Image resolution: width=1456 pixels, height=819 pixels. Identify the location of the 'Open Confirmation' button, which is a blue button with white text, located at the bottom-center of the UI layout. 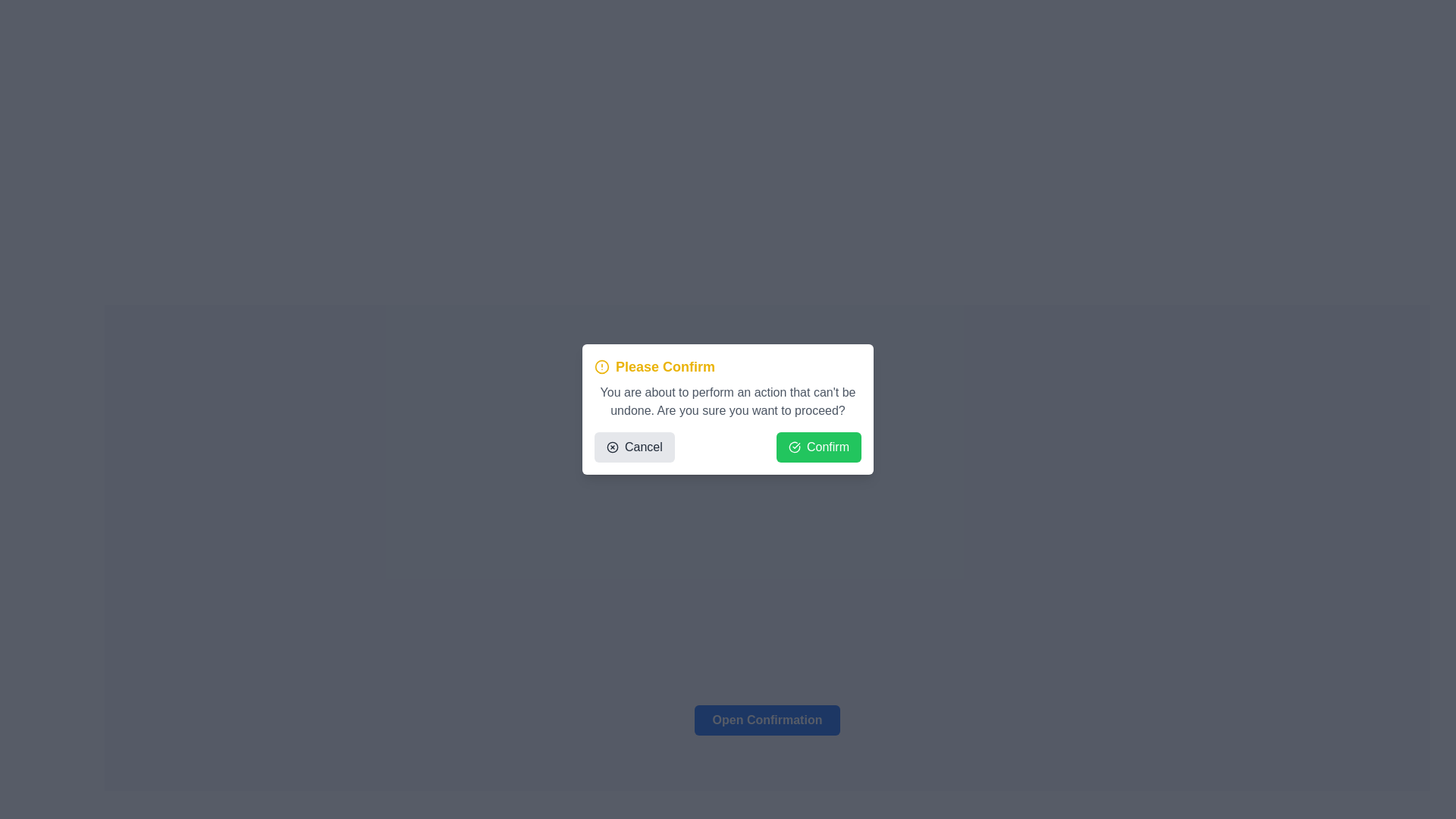
(767, 714).